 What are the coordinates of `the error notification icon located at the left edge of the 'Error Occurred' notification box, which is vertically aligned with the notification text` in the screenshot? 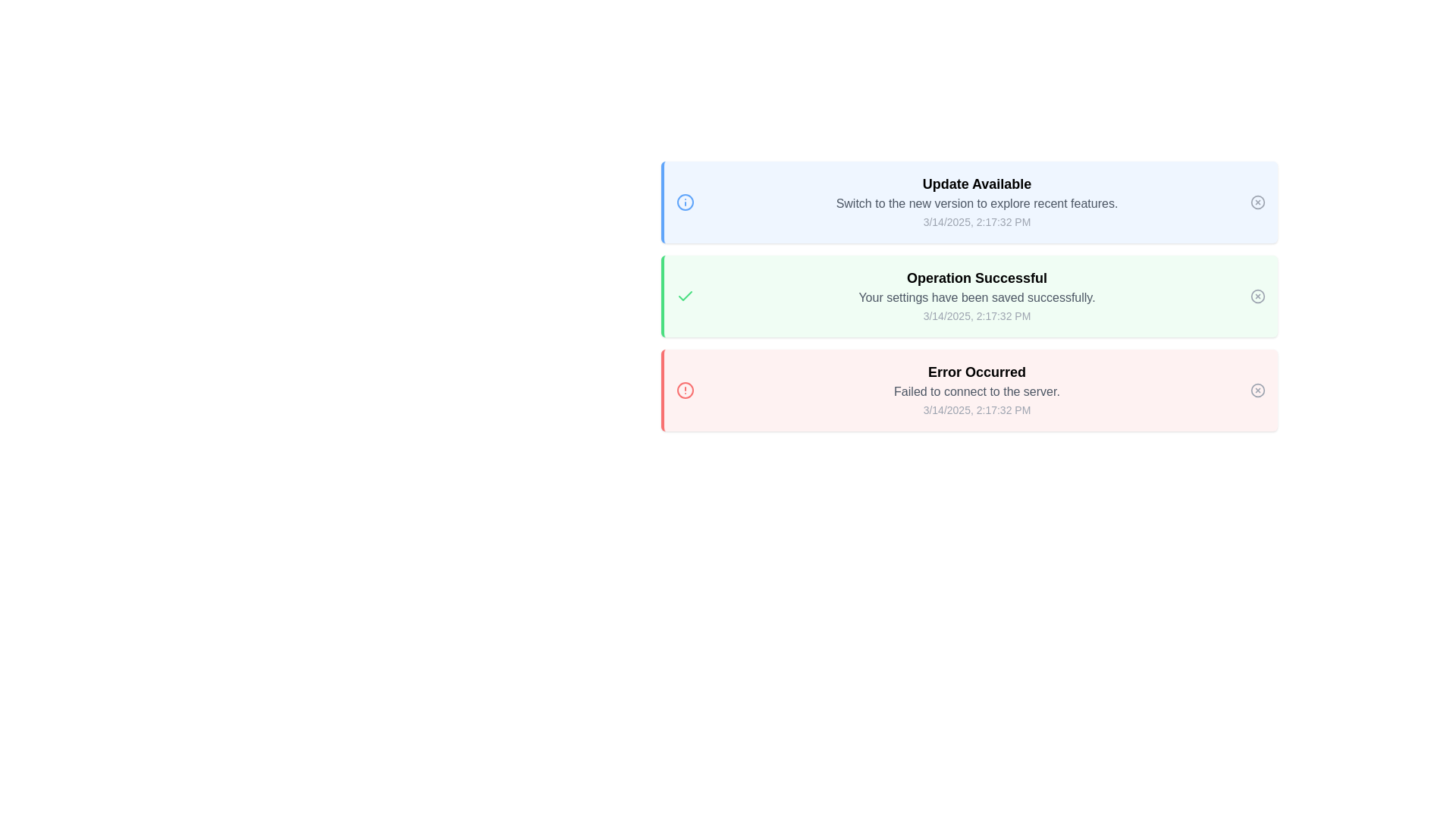 It's located at (684, 390).